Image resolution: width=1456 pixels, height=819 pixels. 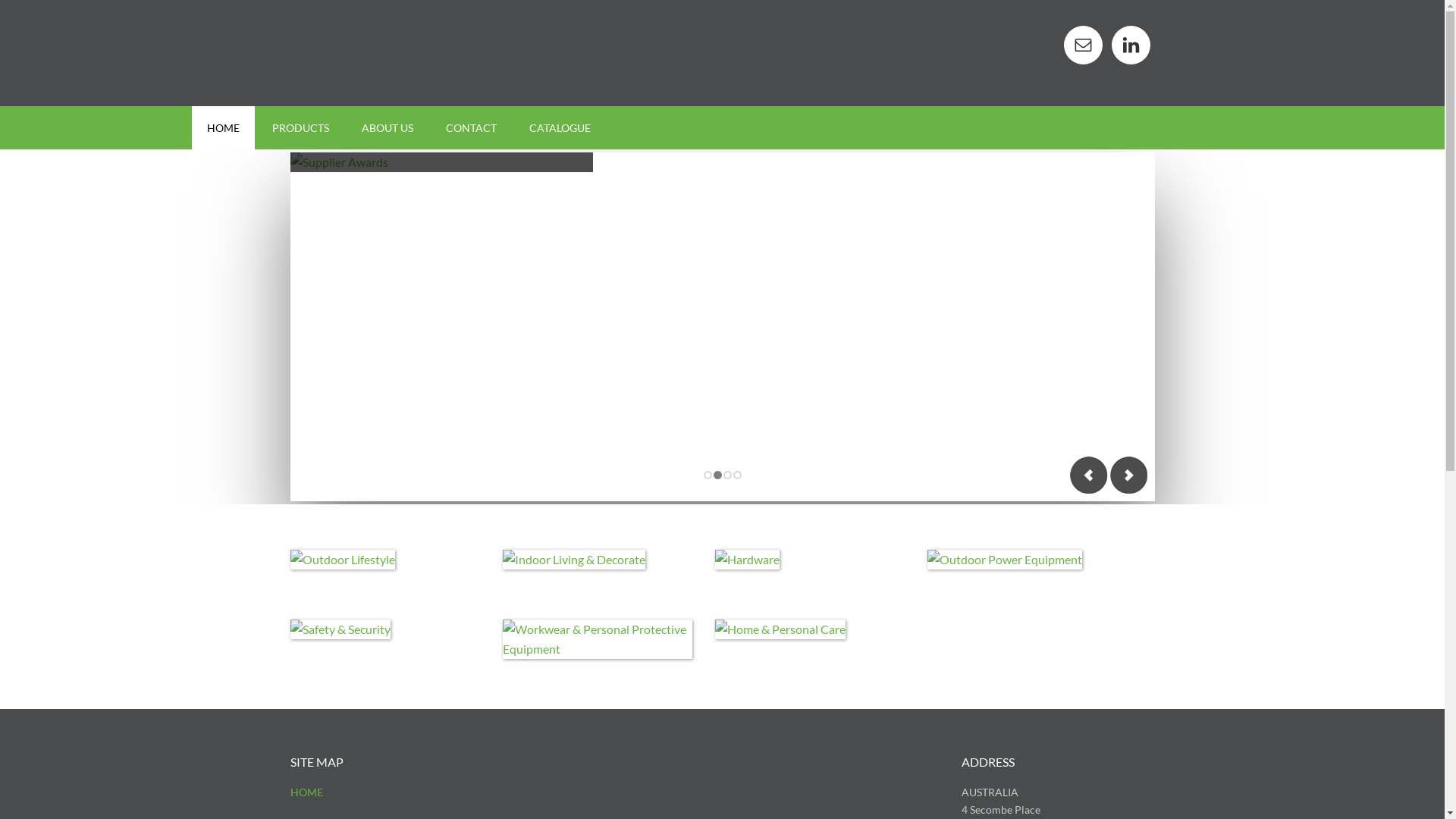 I want to click on 'MAYO HARDWARE', so click(x=419, y=52).